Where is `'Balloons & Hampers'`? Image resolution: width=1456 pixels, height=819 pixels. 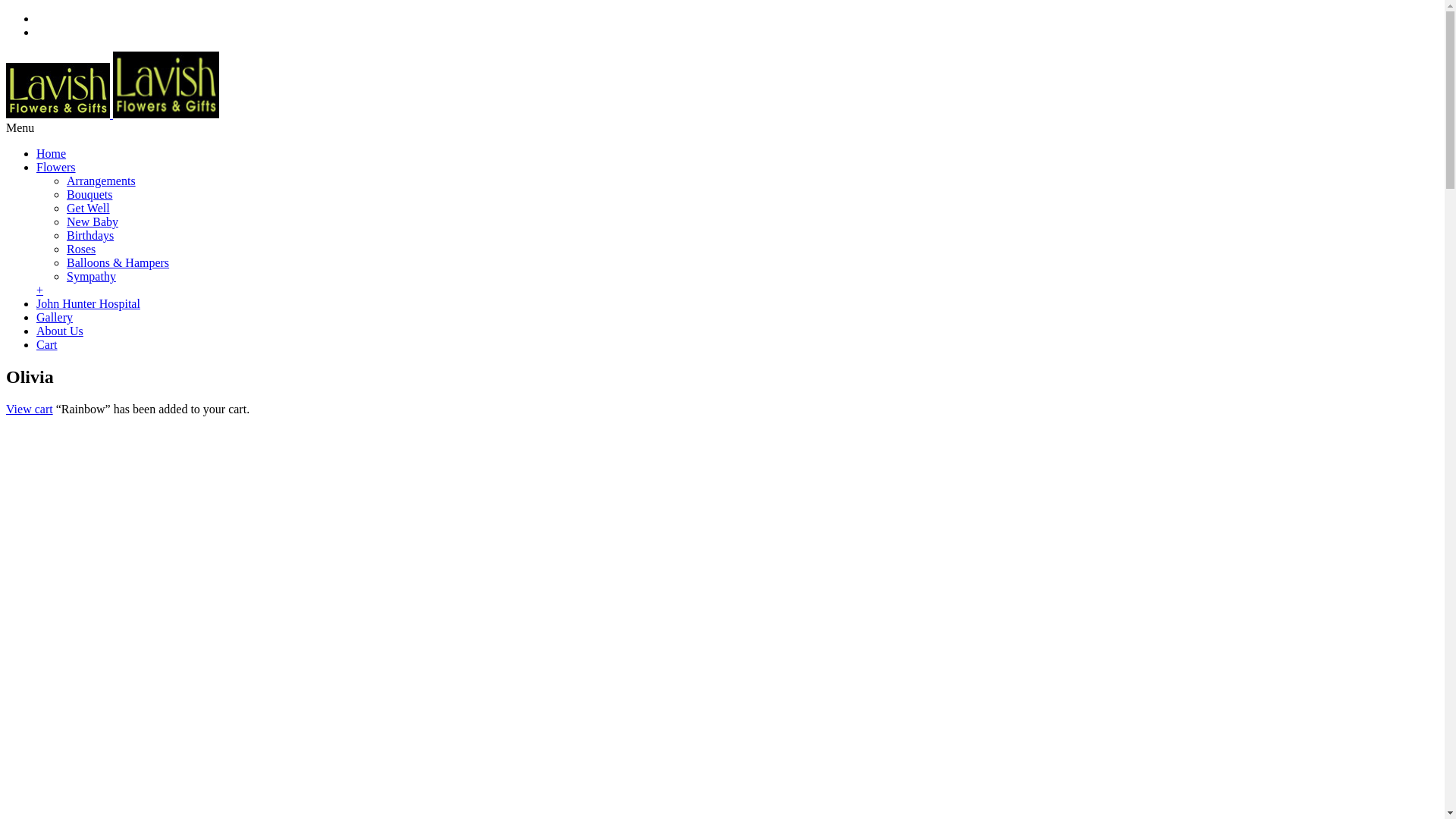
'Balloons & Hampers' is located at coordinates (117, 262).